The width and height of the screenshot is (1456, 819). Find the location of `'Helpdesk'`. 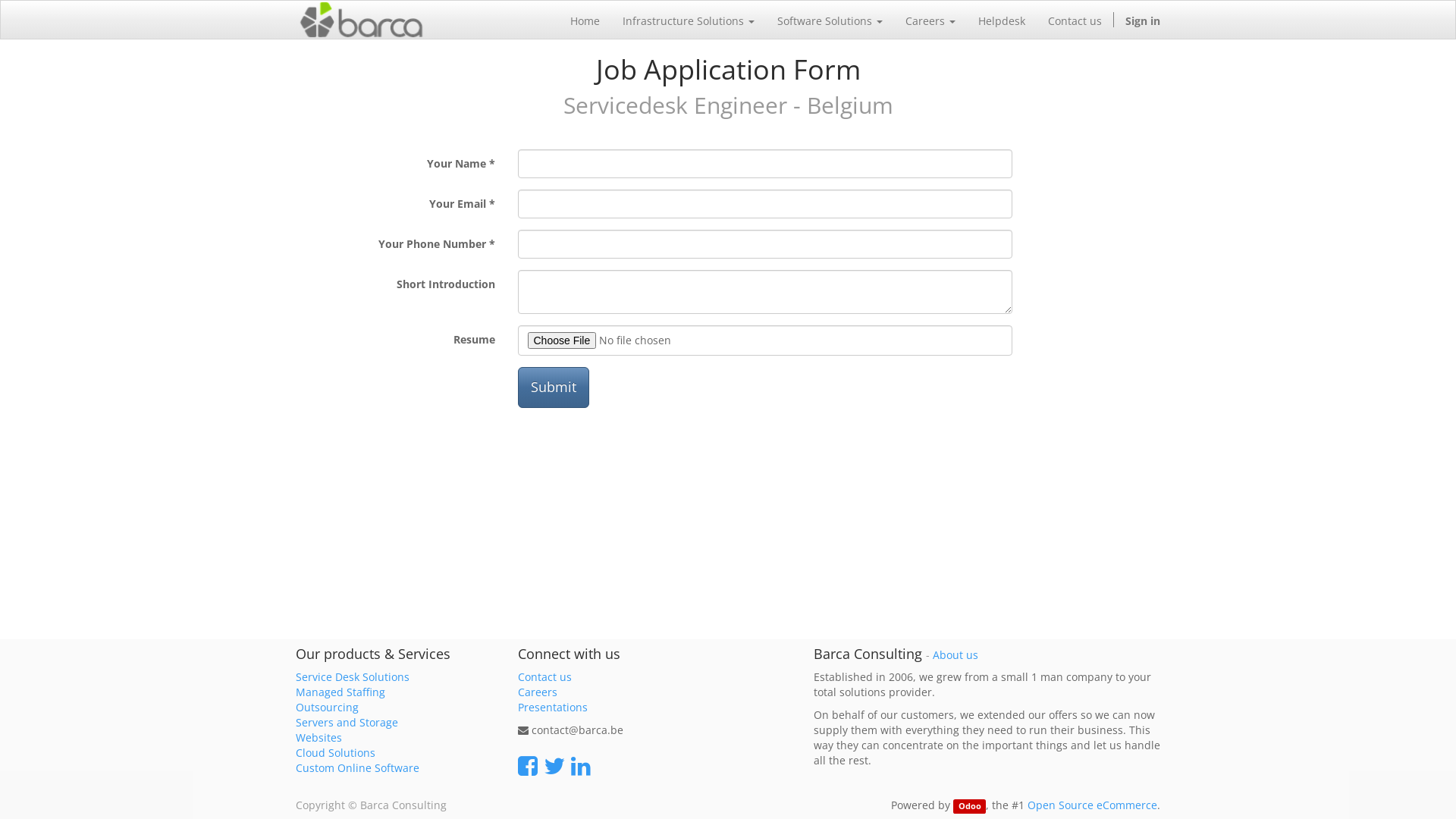

'Helpdesk' is located at coordinates (966, 20).